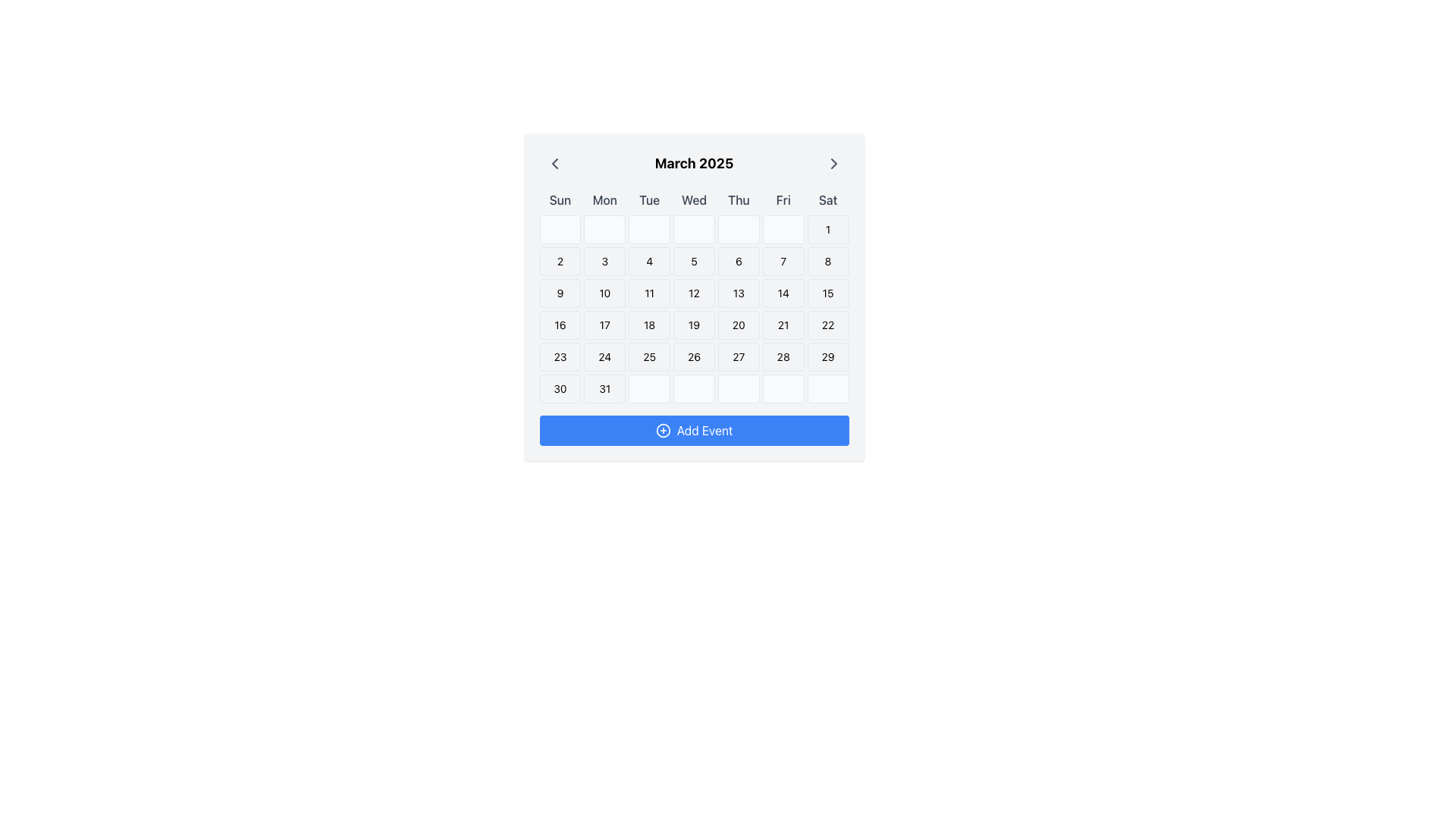  I want to click on the Calendar Day Slot in the 'Sun' column, which is a square-shaped box with rounded corners located at the top left of the calendar, above the digit '2', so click(560, 230).